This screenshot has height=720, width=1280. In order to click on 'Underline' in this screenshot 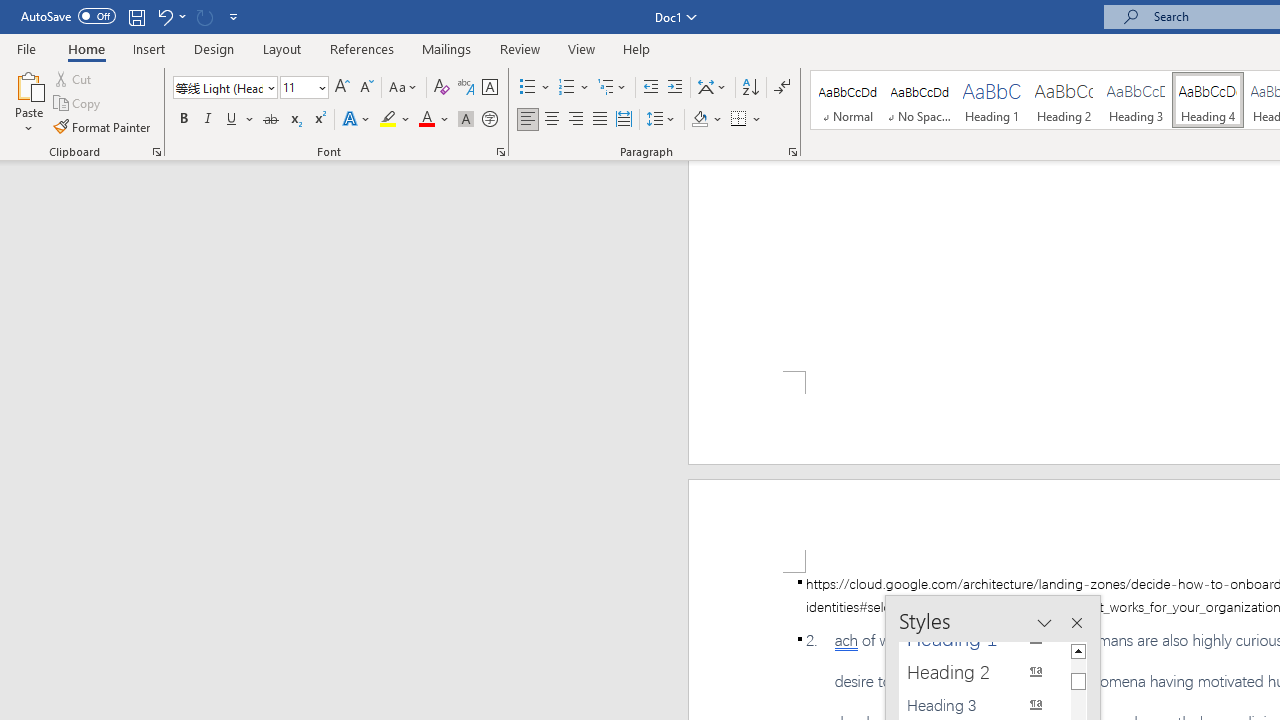, I will do `click(232, 119)`.